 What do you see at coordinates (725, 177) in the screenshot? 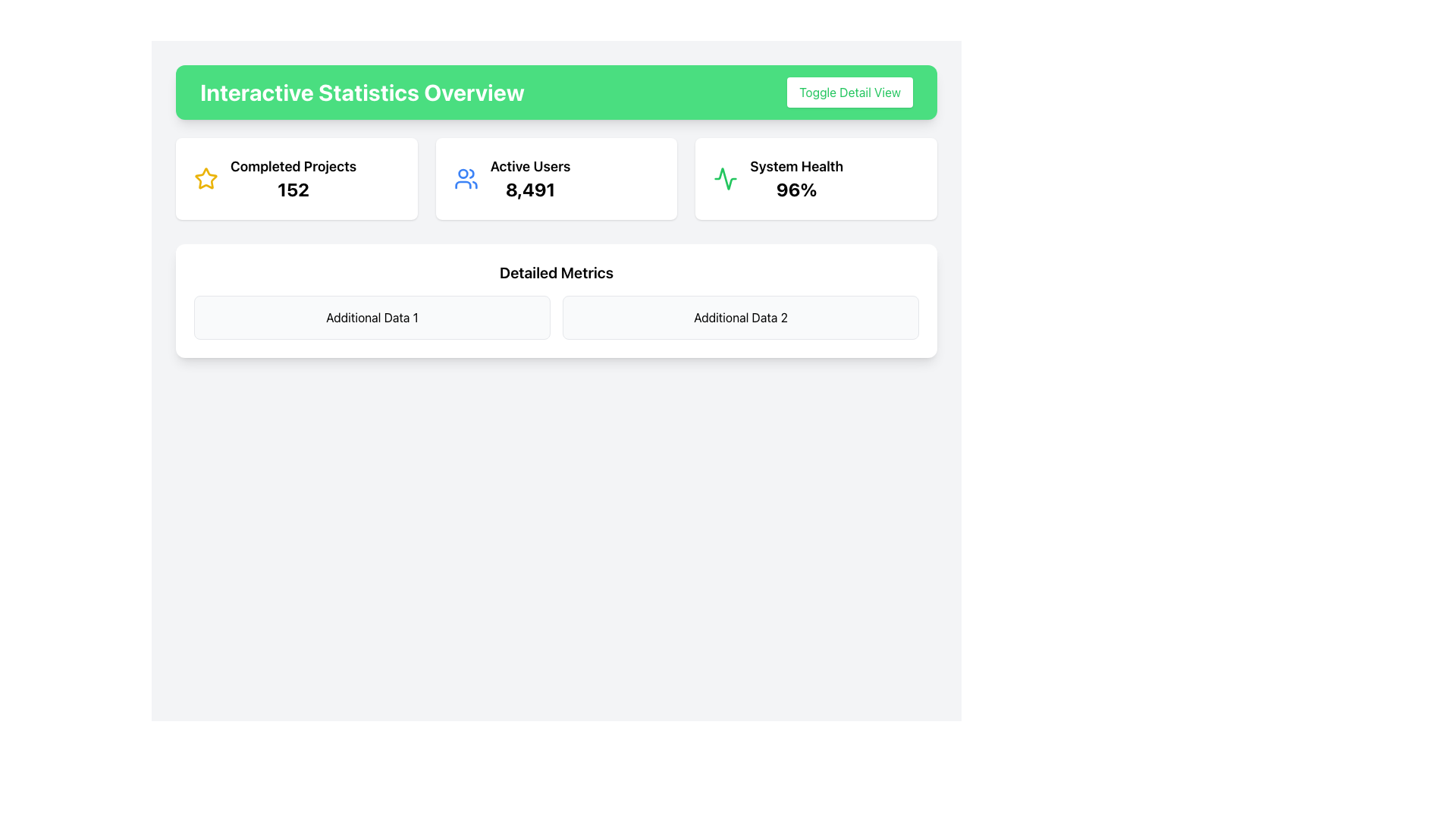
I see `the 'System Health' icon located in the top-right quadrant of the interface, above the '96%' text within the 'System Health' card` at bounding box center [725, 177].